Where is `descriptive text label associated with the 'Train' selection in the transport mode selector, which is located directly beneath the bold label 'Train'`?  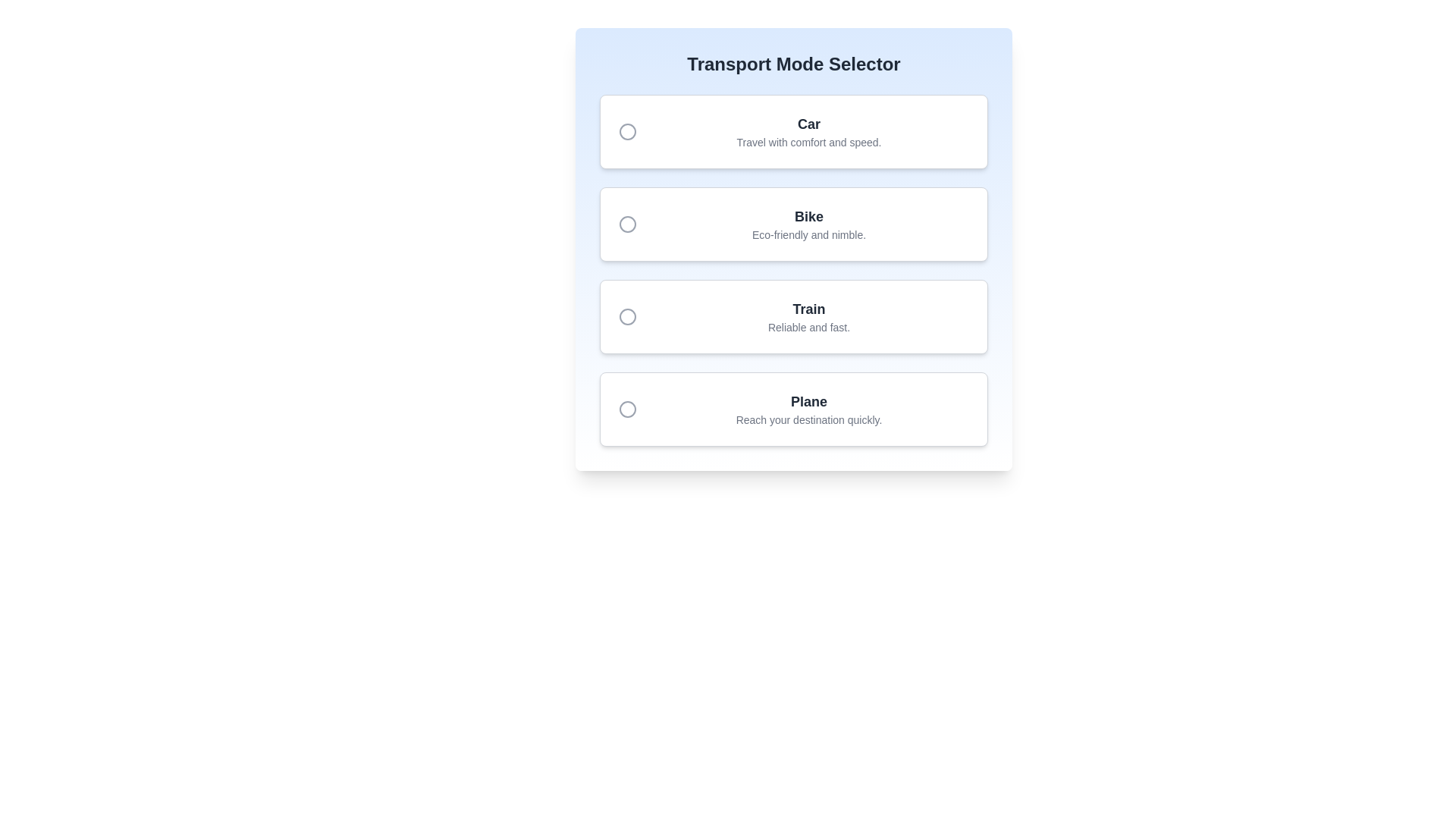
descriptive text label associated with the 'Train' selection in the transport mode selector, which is located directly beneath the bold label 'Train' is located at coordinates (808, 327).